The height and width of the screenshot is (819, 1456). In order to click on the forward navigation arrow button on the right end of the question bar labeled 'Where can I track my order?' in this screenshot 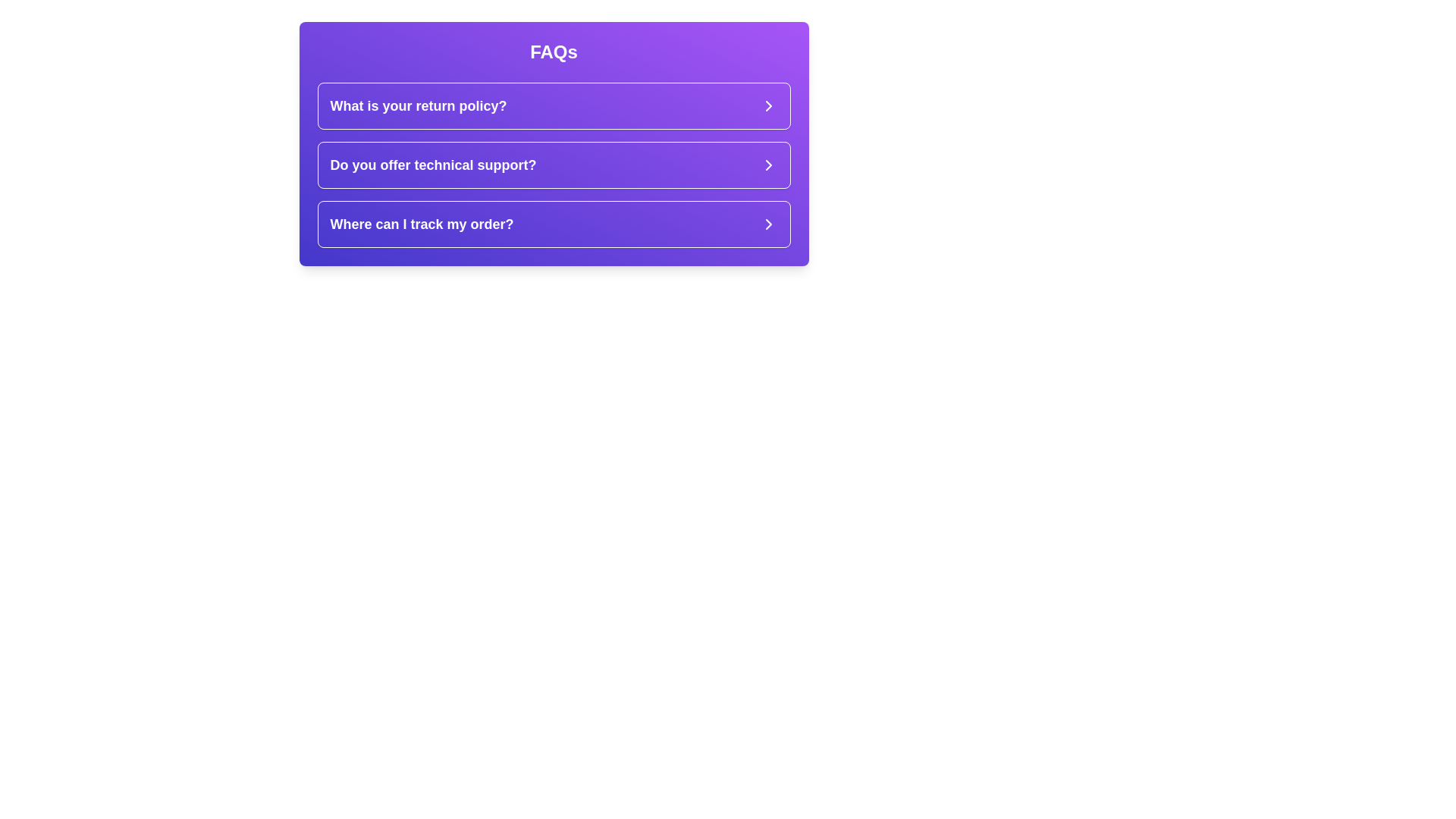, I will do `click(768, 224)`.